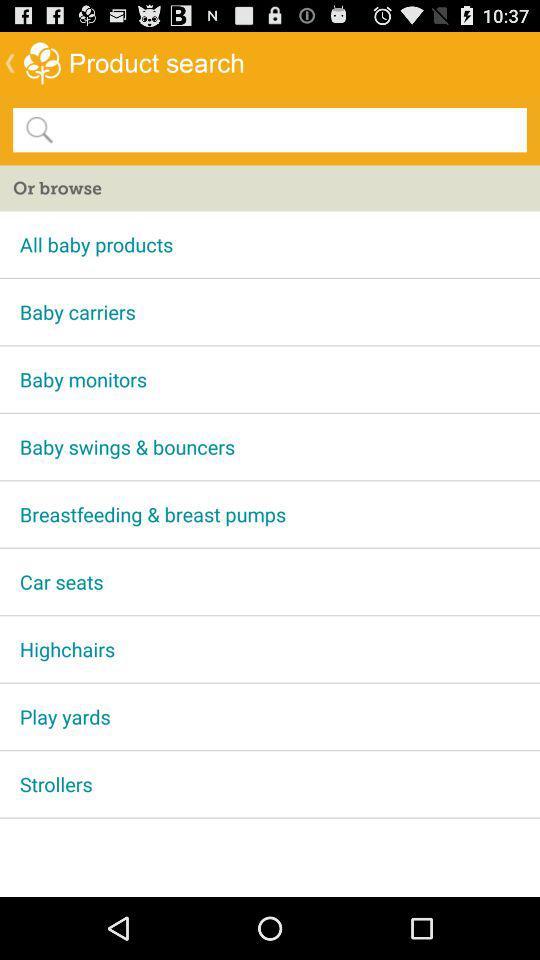  Describe the element at coordinates (270, 243) in the screenshot. I see `the all baby products icon` at that location.